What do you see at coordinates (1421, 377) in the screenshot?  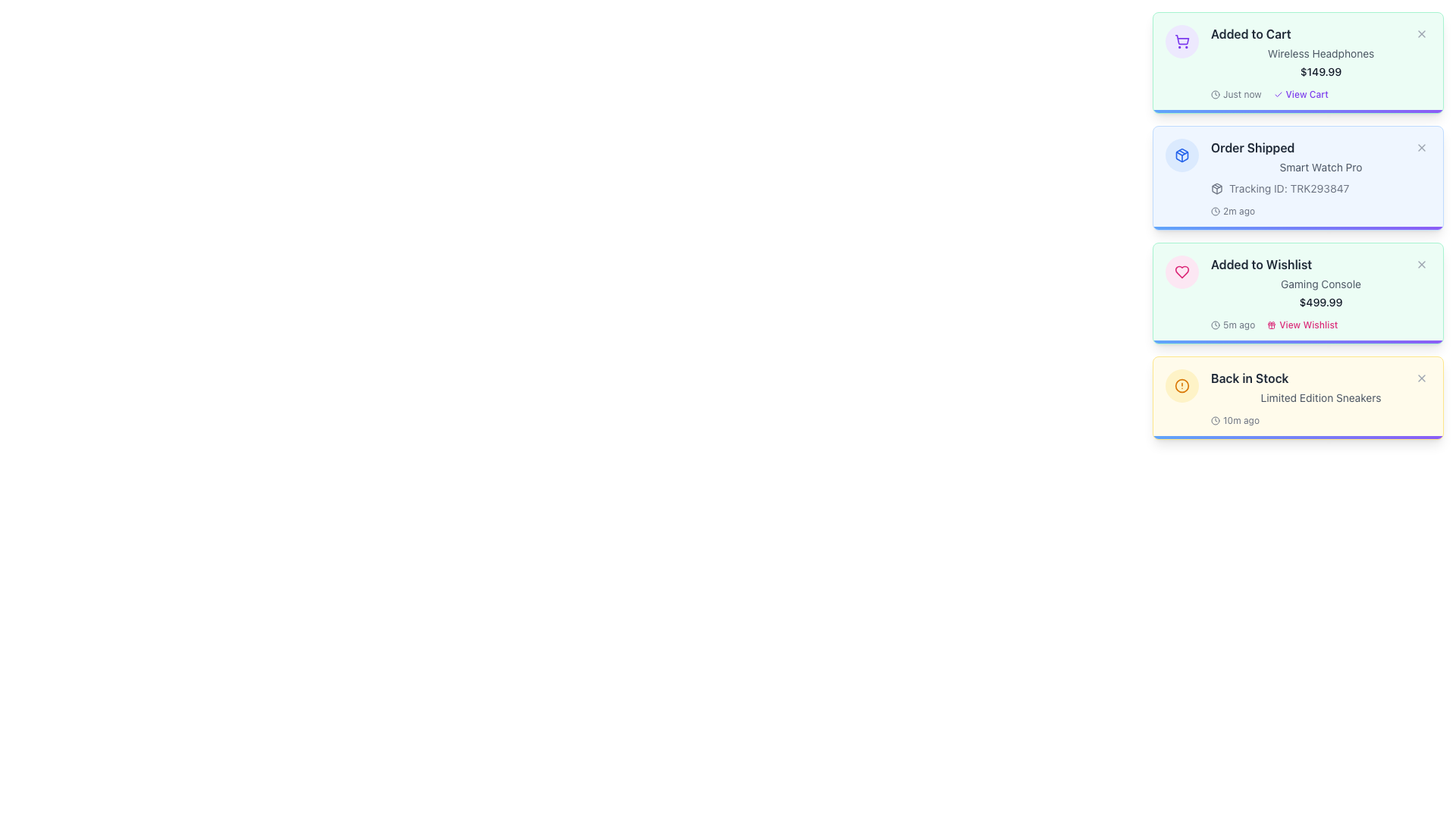 I see `the small circular button featuring an 'X' icon in the top-right corner of the 'Back in Stock' notification card` at bounding box center [1421, 377].